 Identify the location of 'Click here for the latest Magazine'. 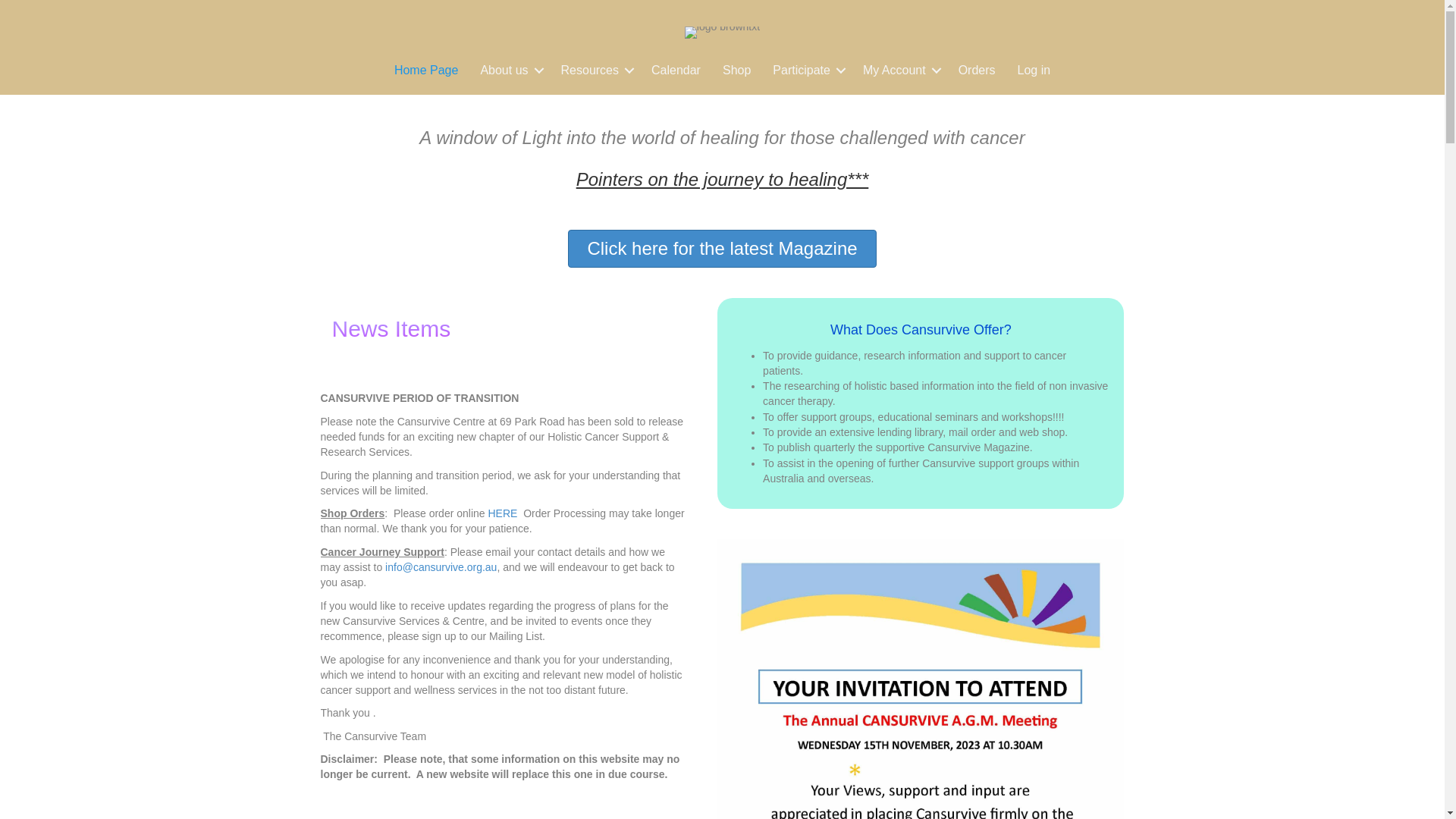
(720, 247).